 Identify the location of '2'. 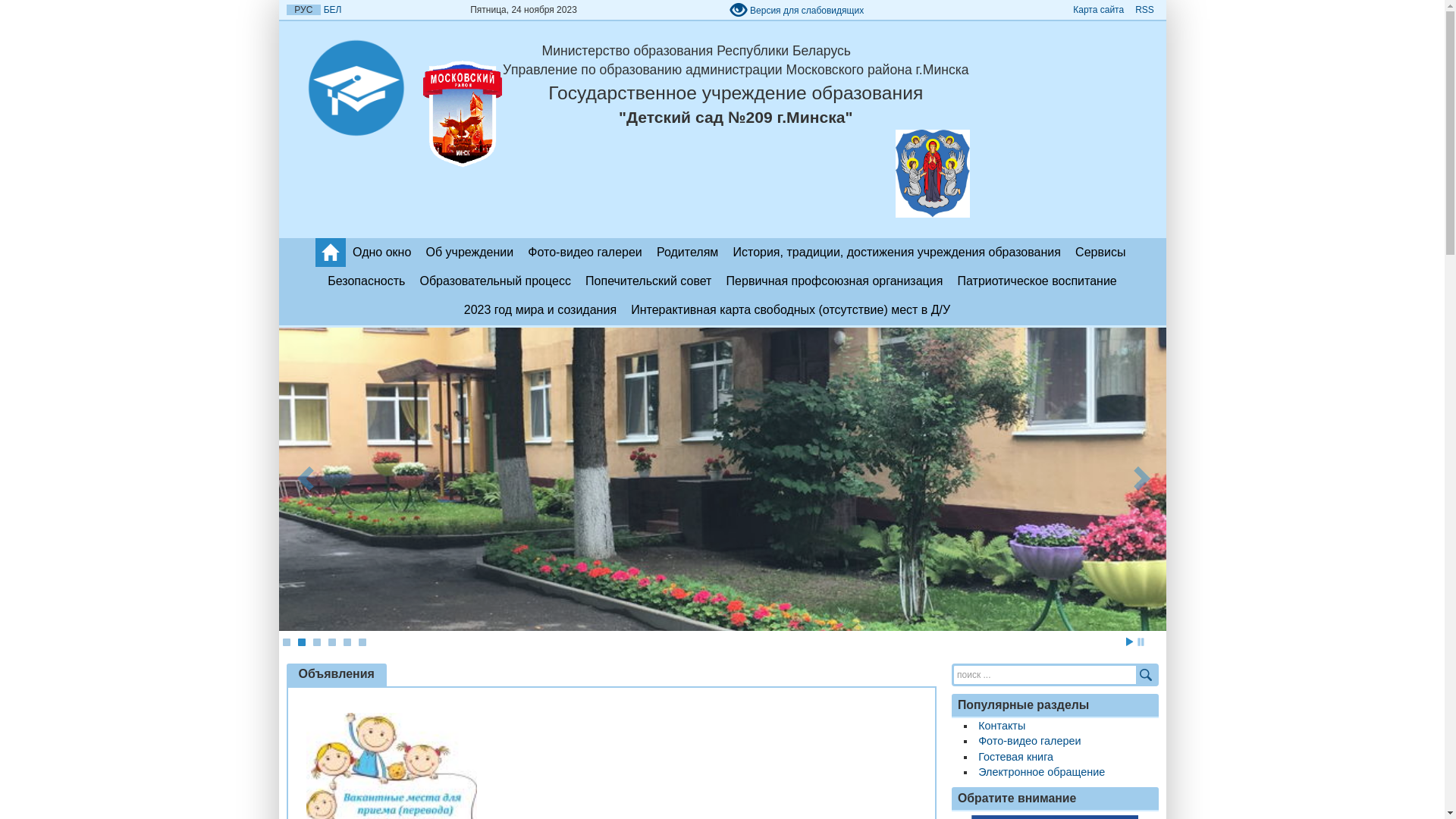
(301, 642).